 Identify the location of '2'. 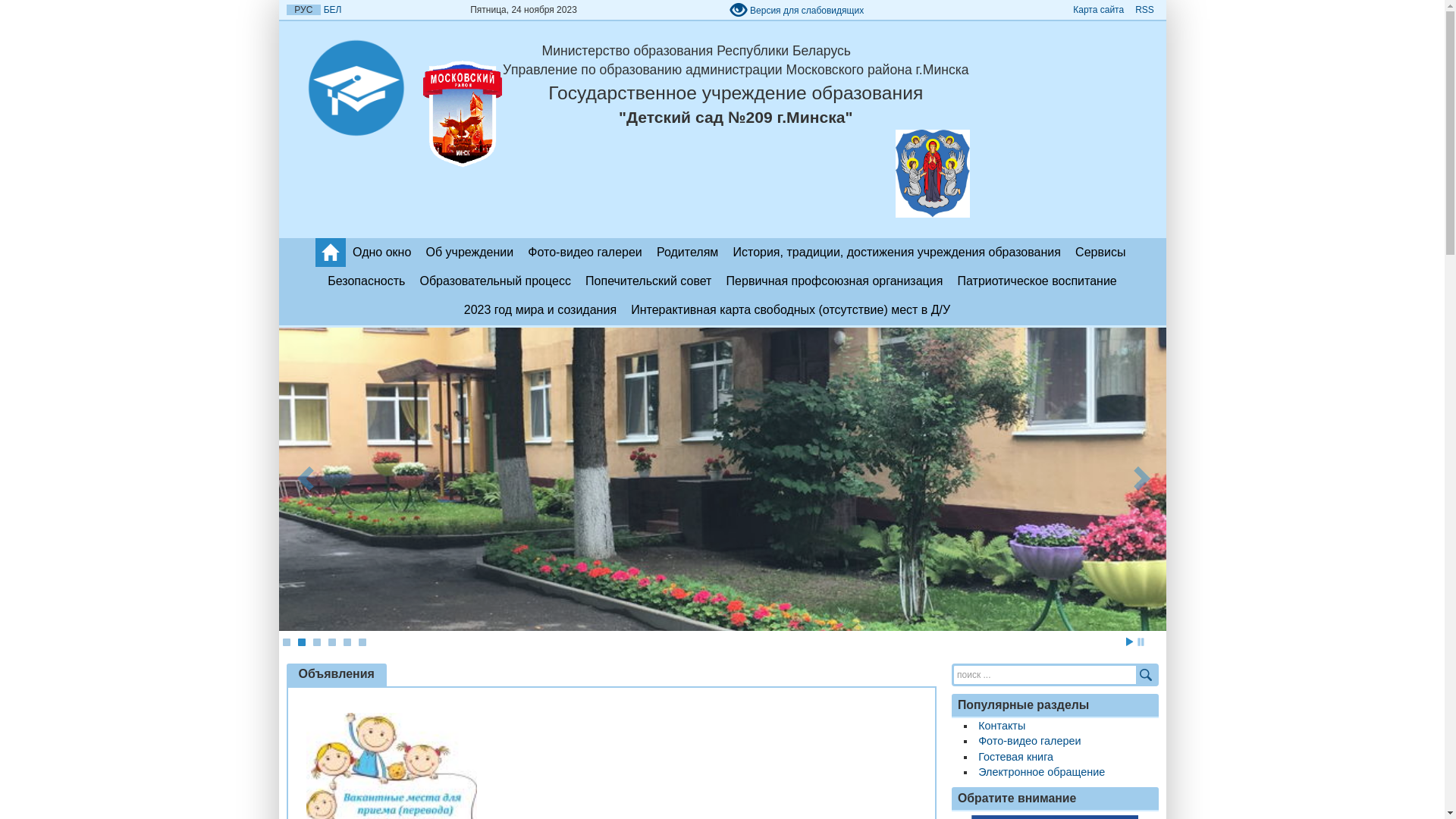
(301, 642).